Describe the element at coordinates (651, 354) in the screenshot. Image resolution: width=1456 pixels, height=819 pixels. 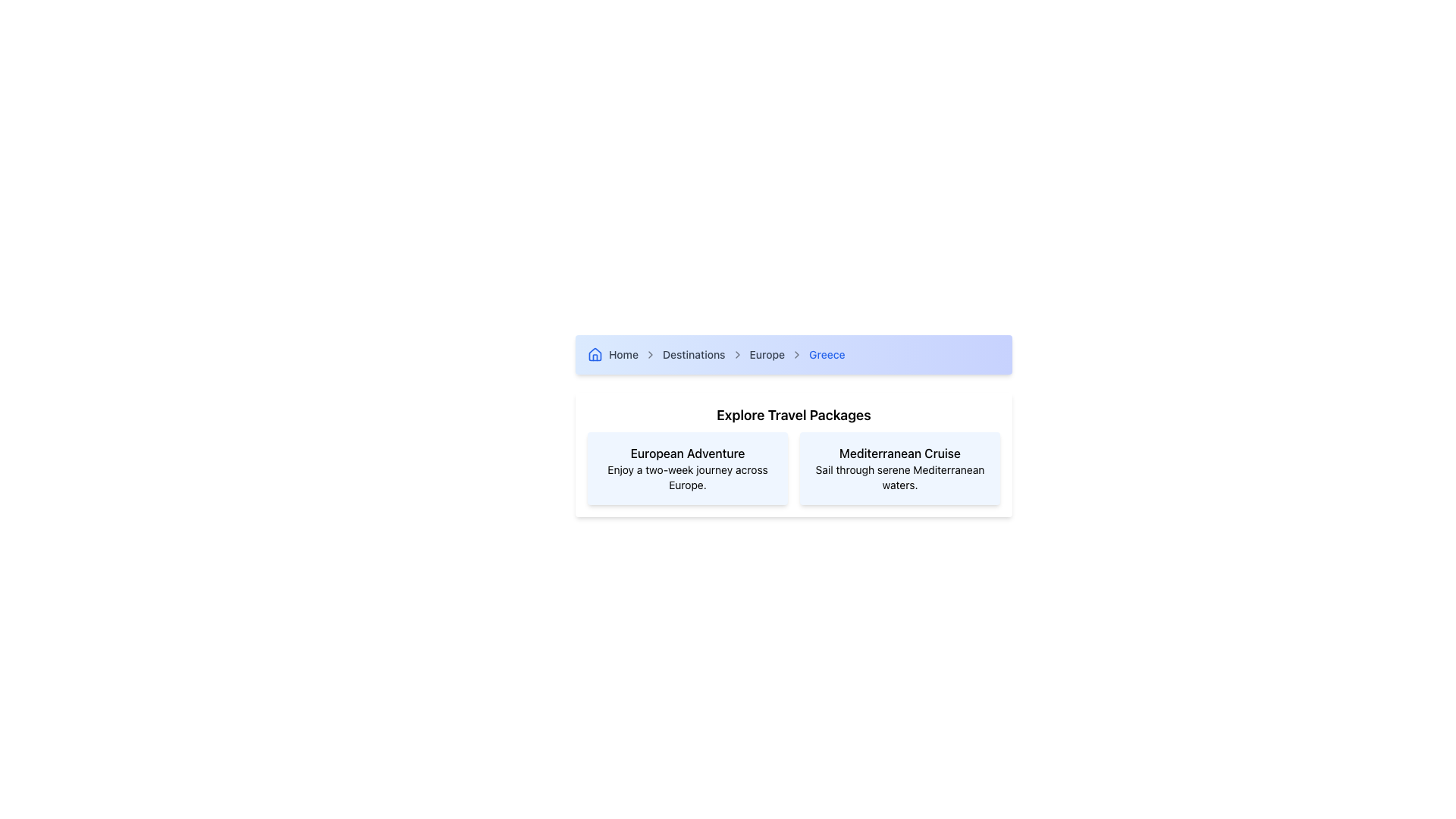
I see `the visual indication of section transition by interacting with the small right-facing arrow icon in the breadcrumb navigation bar, located between the 'Home' and 'Destinations' links` at that location.